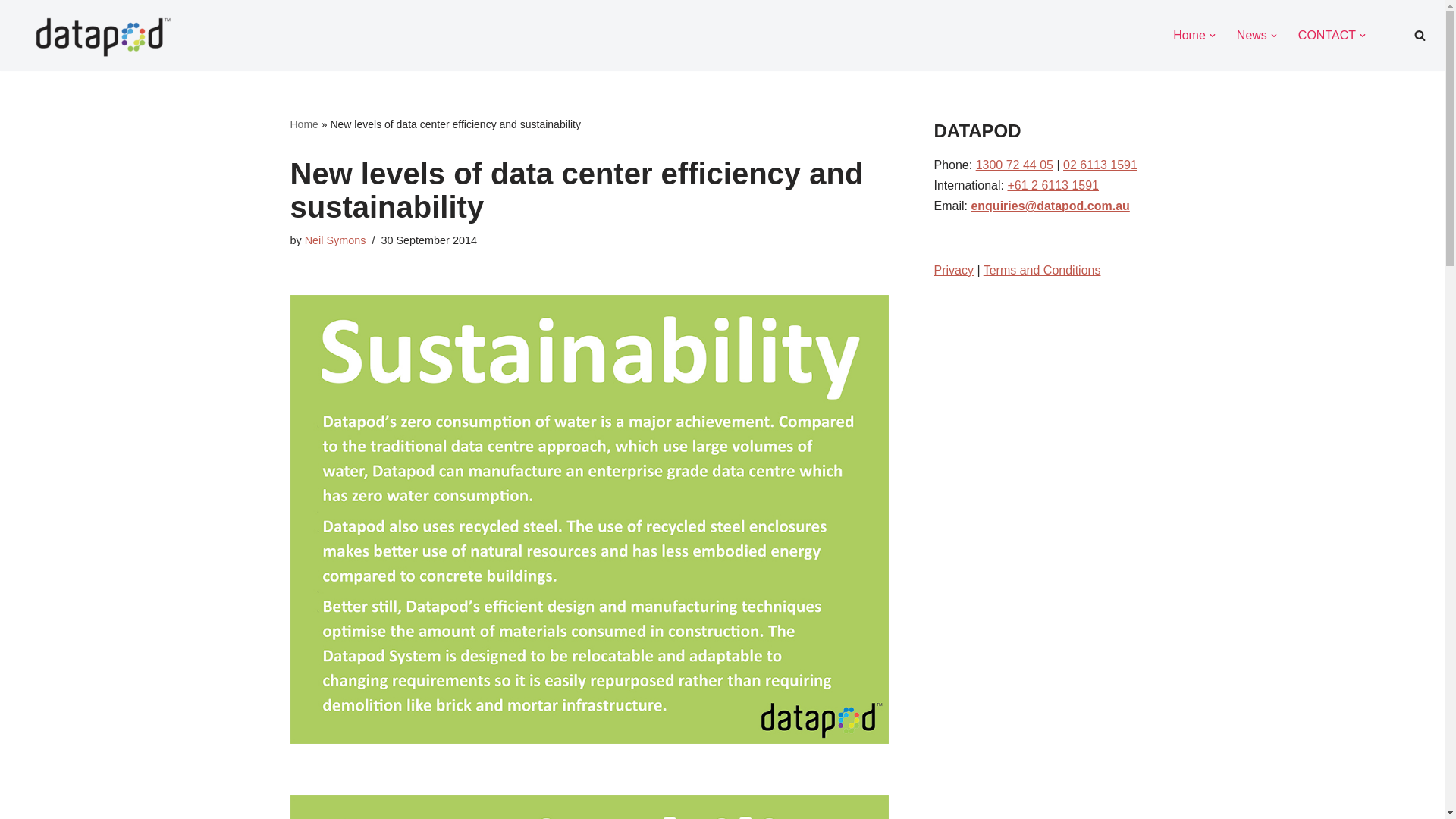 The width and height of the screenshot is (1456, 819). Describe the element at coordinates (1052, 184) in the screenshot. I see `'+61 2 6113 1591'` at that location.